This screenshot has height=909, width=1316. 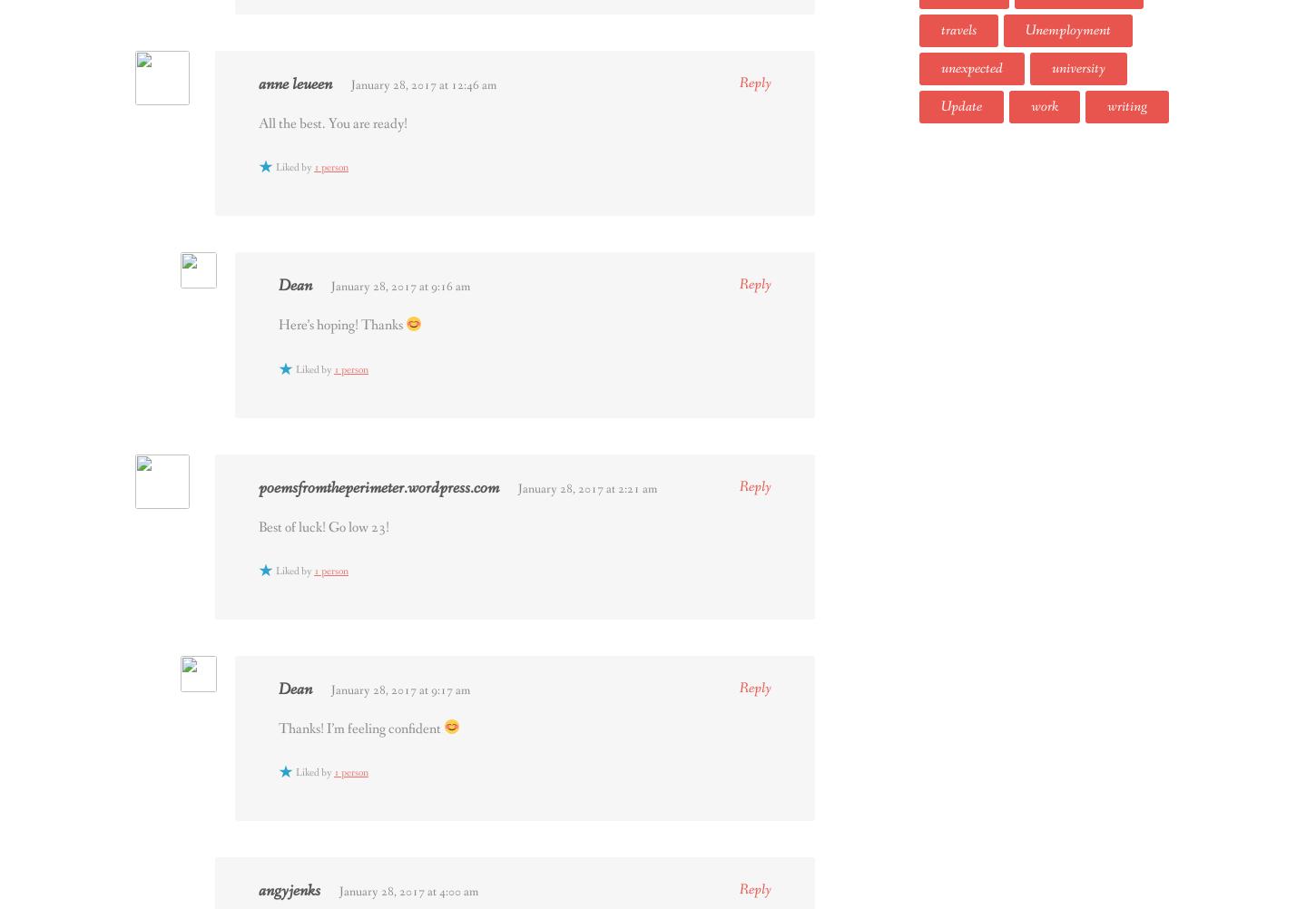 What do you see at coordinates (295, 83) in the screenshot?
I see `'anne leueen'` at bounding box center [295, 83].